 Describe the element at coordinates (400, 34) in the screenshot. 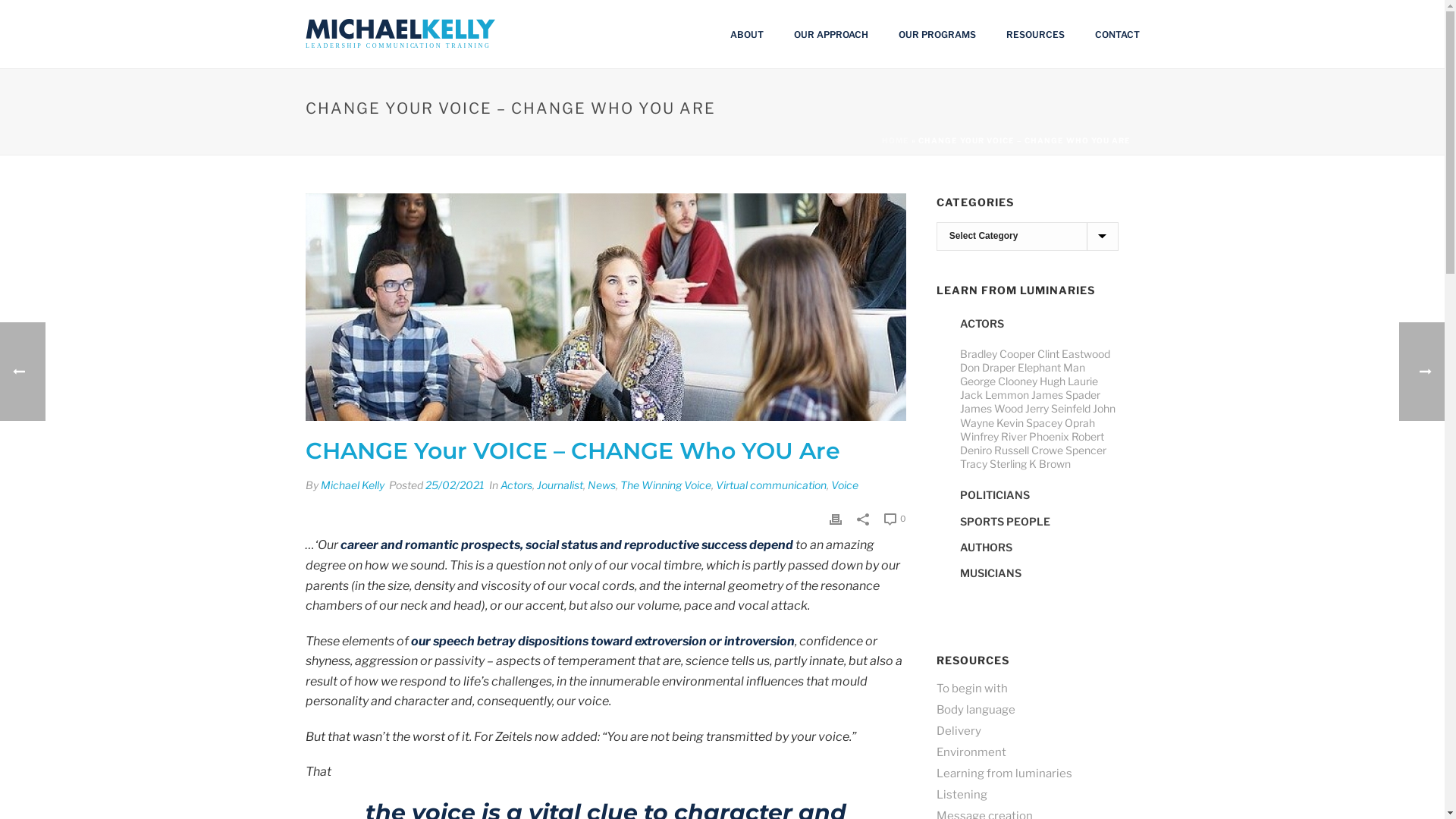

I see `'Leadership Communication Training'` at that location.